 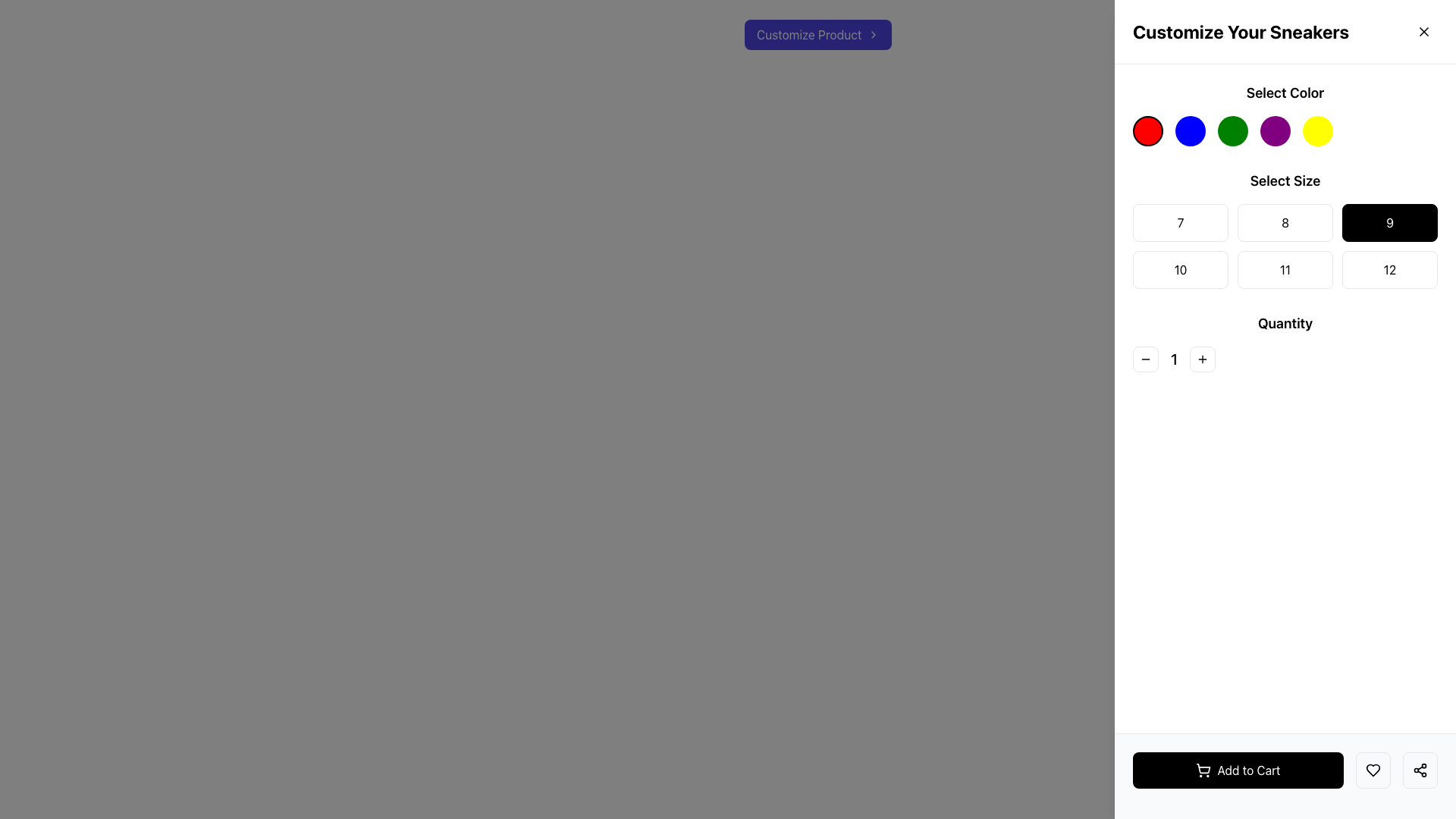 What do you see at coordinates (1241, 32) in the screenshot?
I see `the title text element located at the top-right corner of the interface, which indicates the purpose of customizing sneakers` at bounding box center [1241, 32].